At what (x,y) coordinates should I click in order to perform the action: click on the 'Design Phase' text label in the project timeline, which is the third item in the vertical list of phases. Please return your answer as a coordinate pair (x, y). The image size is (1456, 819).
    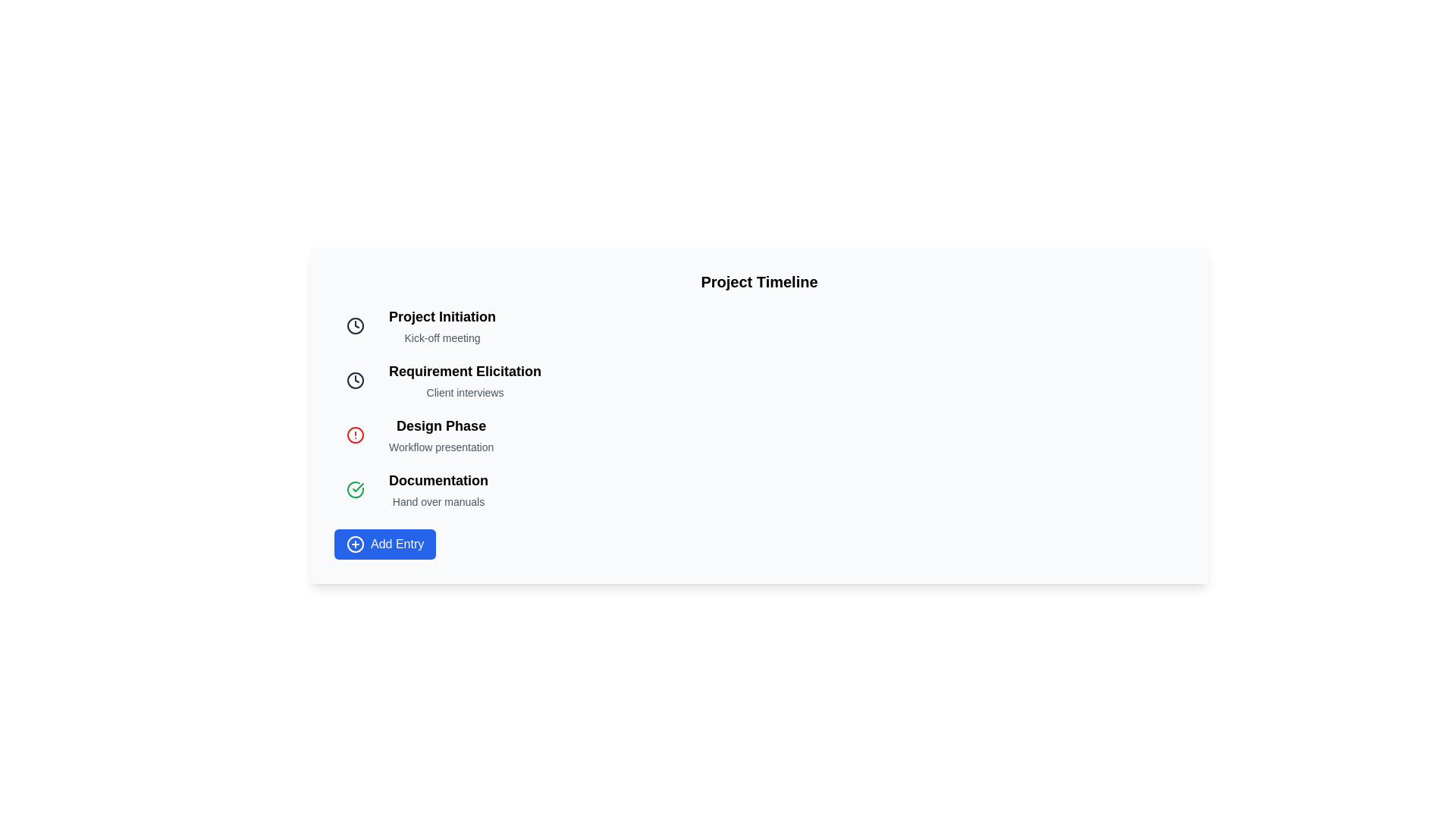
    Looking at the image, I should click on (441, 435).